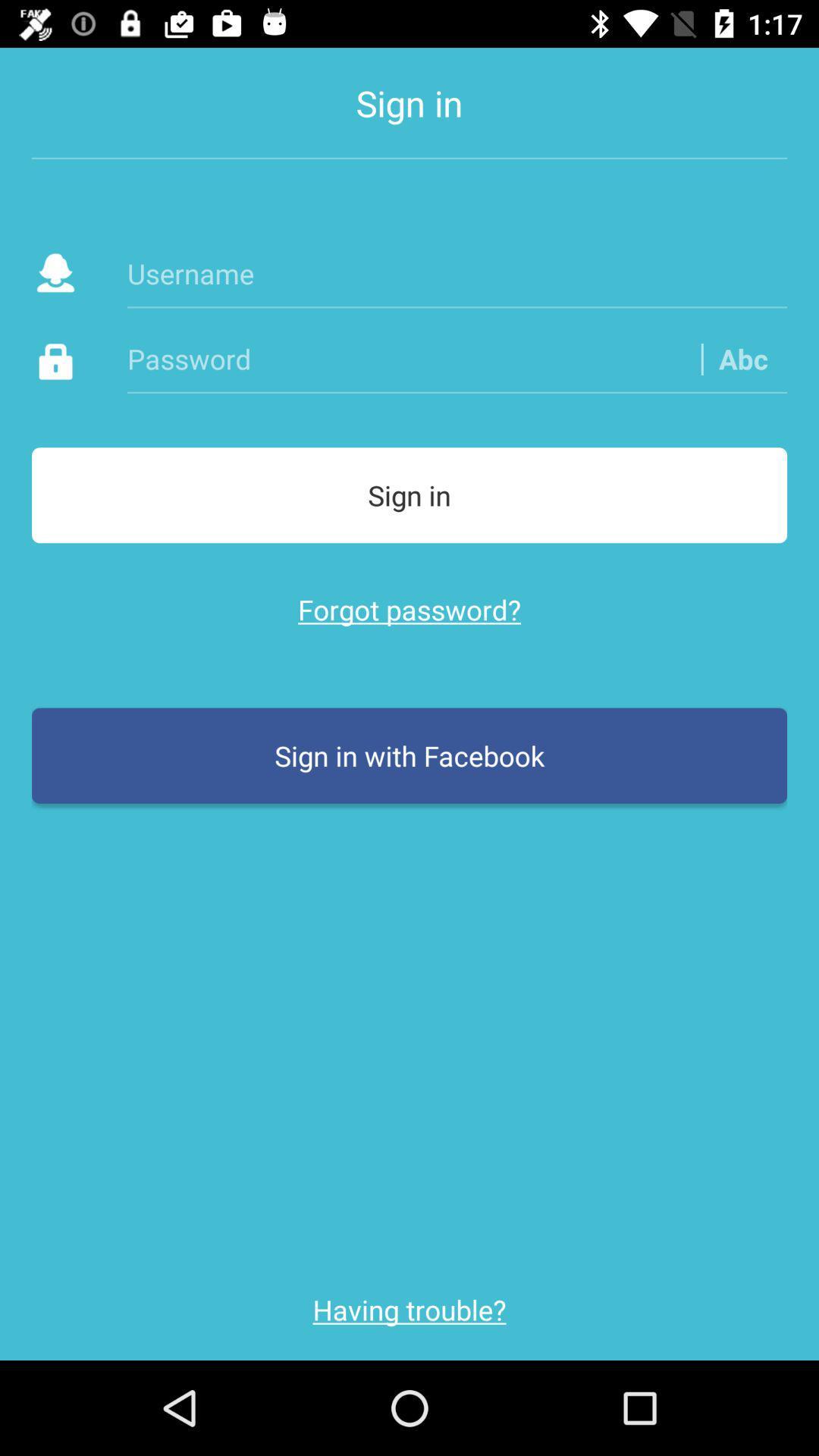  What do you see at coordinates (456, 273) in the screenshot?
I see `the item below sign in icon` at bounding box center [456, 273].